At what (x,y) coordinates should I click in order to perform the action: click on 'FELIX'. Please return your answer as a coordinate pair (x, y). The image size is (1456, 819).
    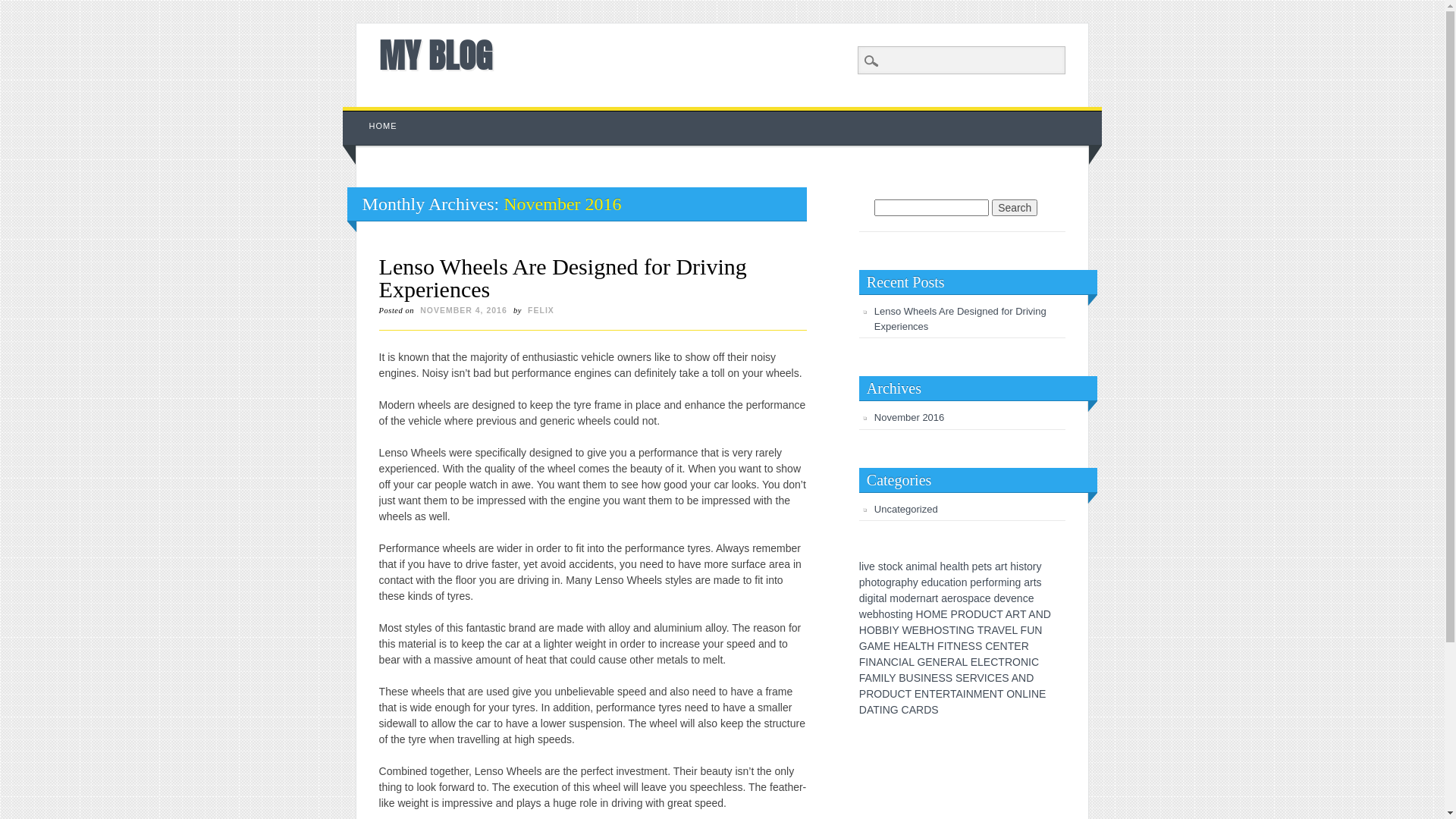
    Looking at the image, I should click on (541, 309).